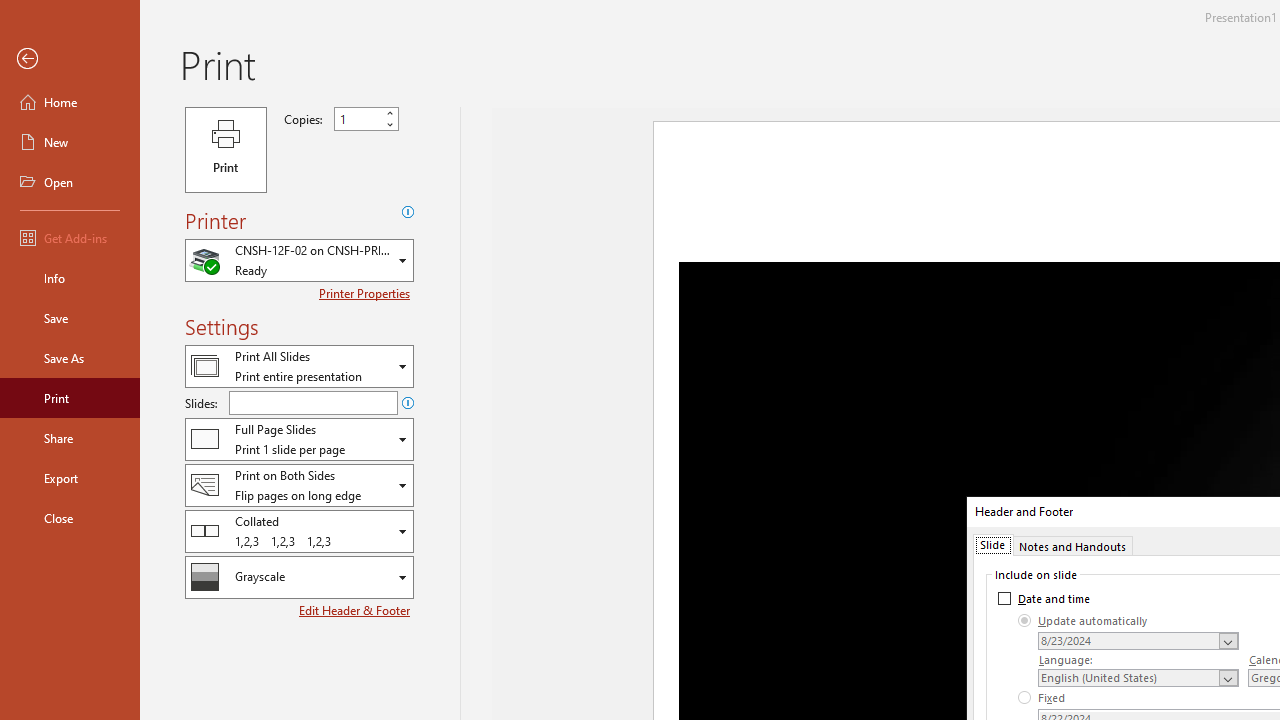  What do you see at coordinates (69, 398) in the screenshot?
I see `'Print'` at bounding box center [69, 398].